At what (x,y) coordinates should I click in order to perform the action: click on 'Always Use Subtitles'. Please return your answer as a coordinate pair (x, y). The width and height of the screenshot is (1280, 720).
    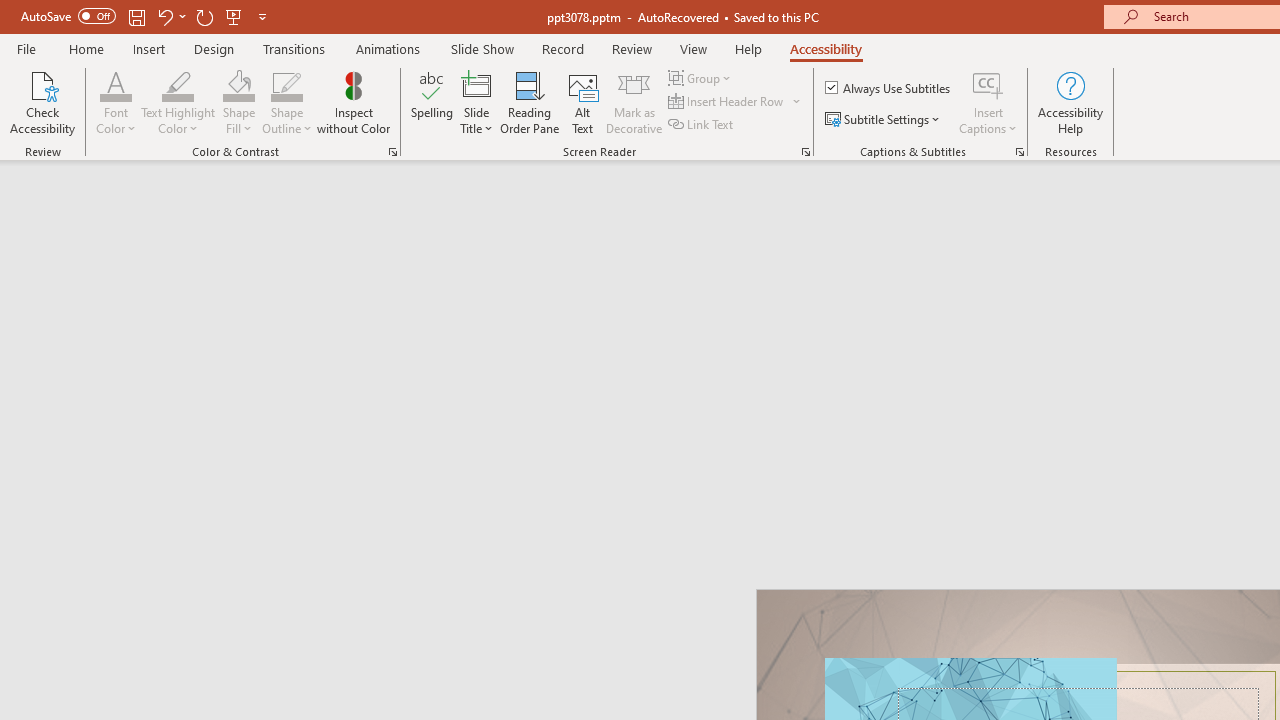
    Looking at the image, I should click on (888, 86).